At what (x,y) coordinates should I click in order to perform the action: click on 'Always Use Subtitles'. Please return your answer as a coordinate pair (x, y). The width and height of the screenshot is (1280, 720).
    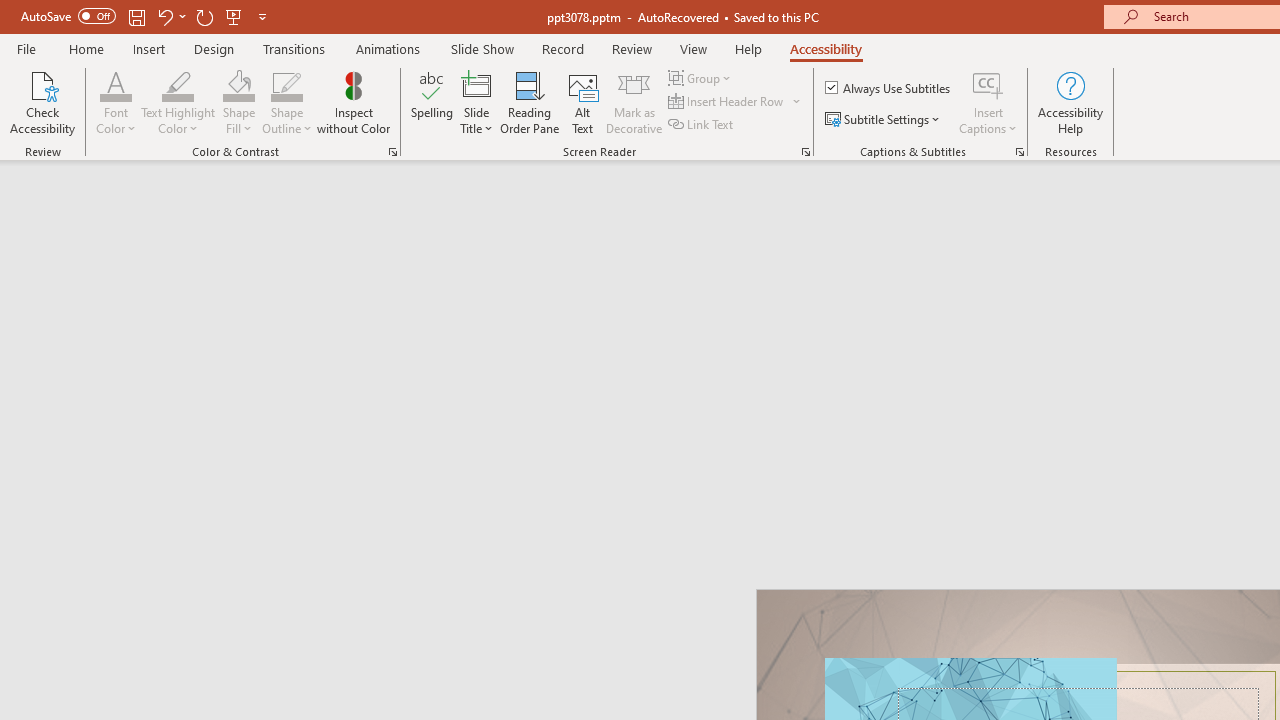
    Looking at the image, I should click on (888, 86).